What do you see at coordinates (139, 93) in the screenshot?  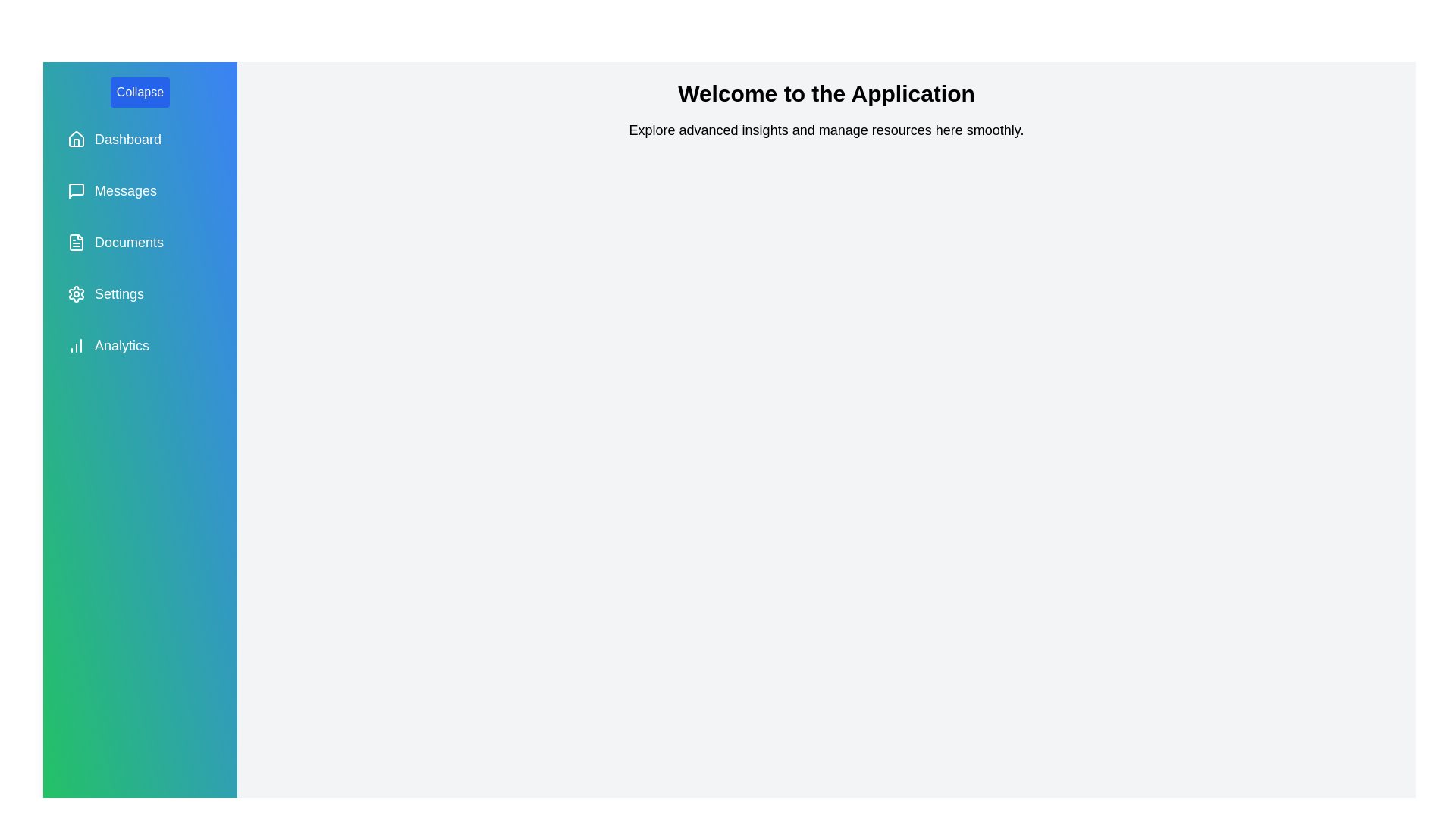 I see `the 'Collapse' button to toggle the drawer's state` at bounding box center [139, 93].